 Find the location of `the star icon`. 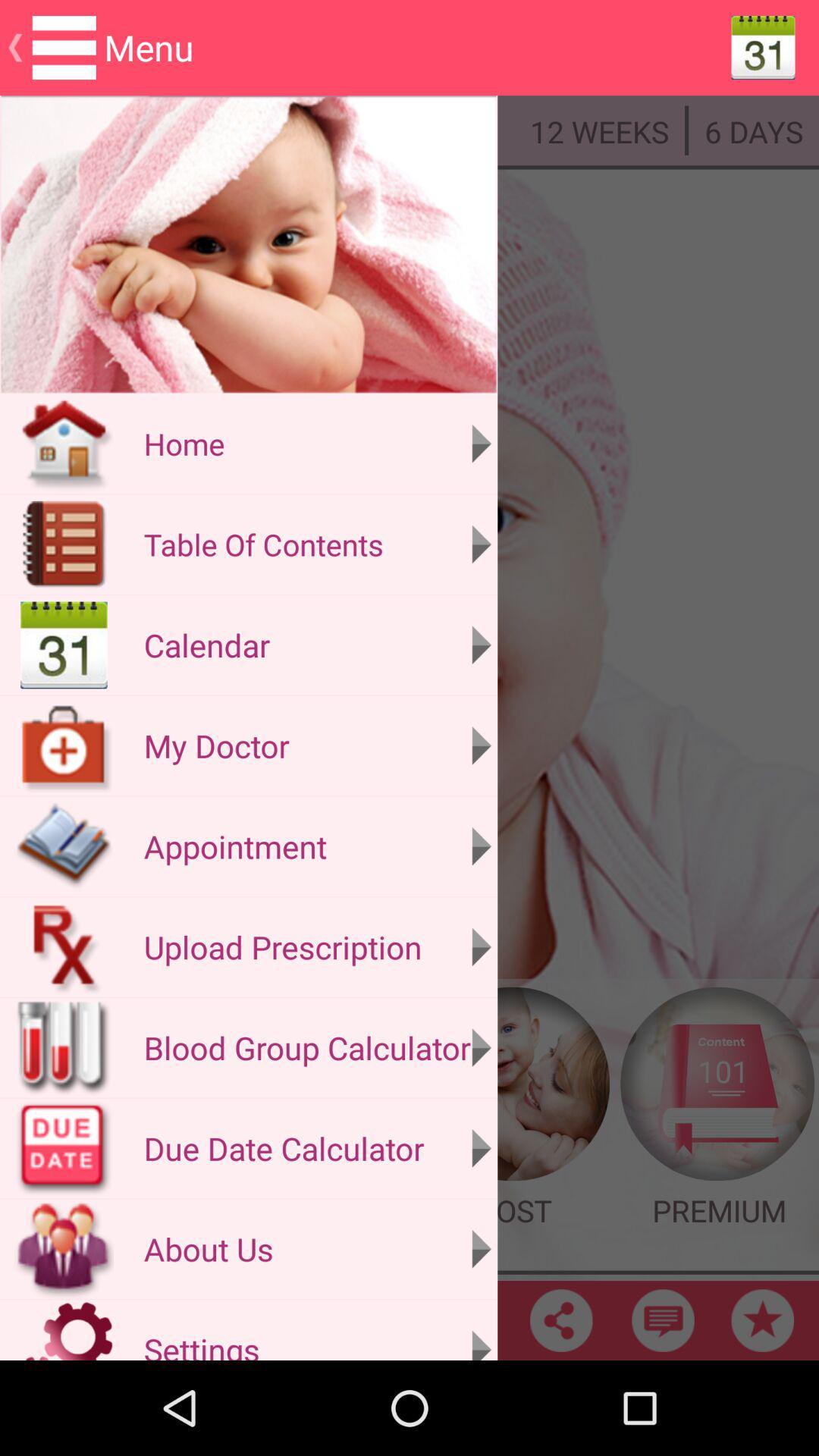

the star icon is located at coordinates (762, 1412).